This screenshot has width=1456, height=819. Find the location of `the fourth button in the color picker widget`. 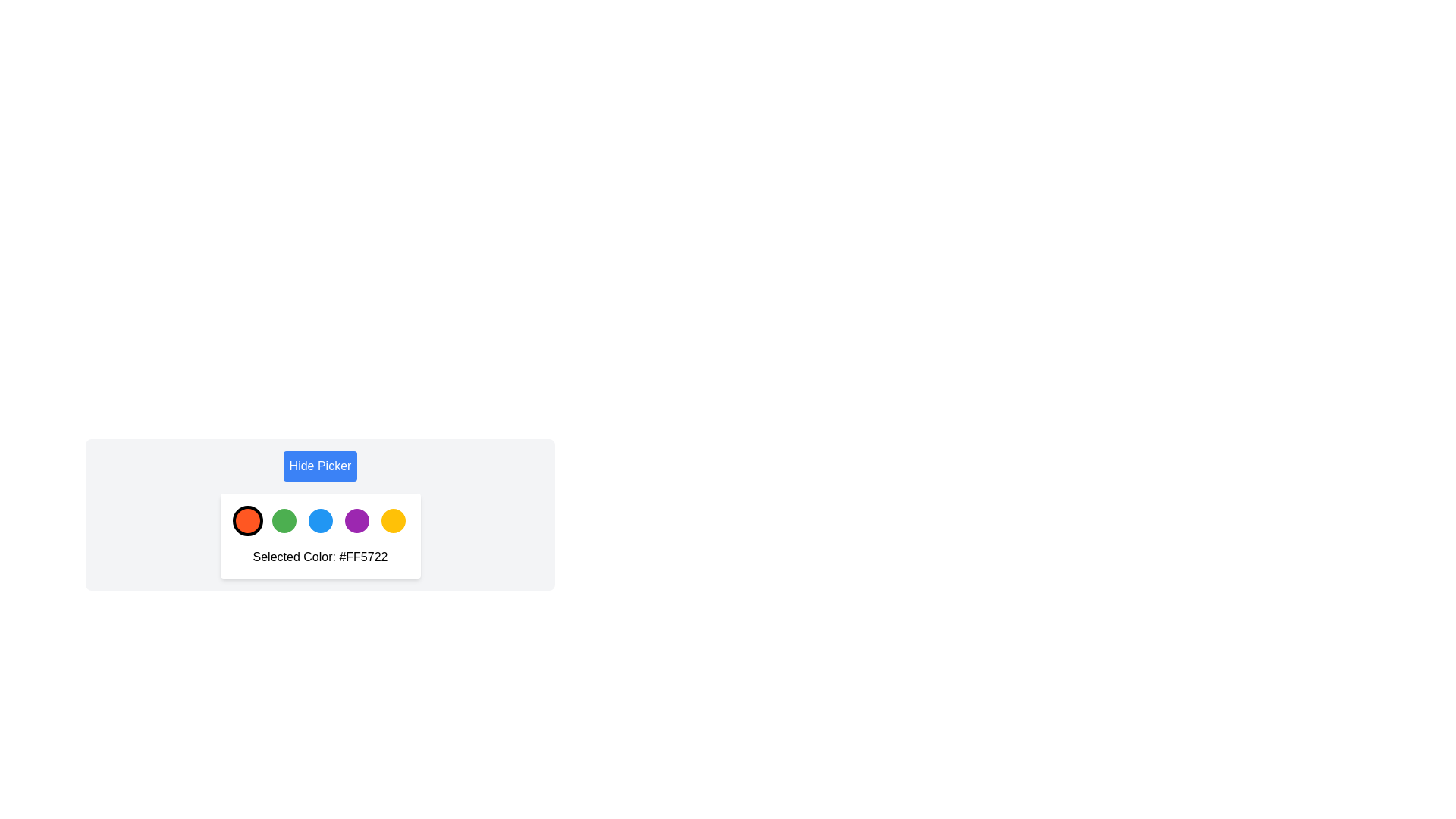

the fourth button in the color picker widget is located at coordinates (356, 519).